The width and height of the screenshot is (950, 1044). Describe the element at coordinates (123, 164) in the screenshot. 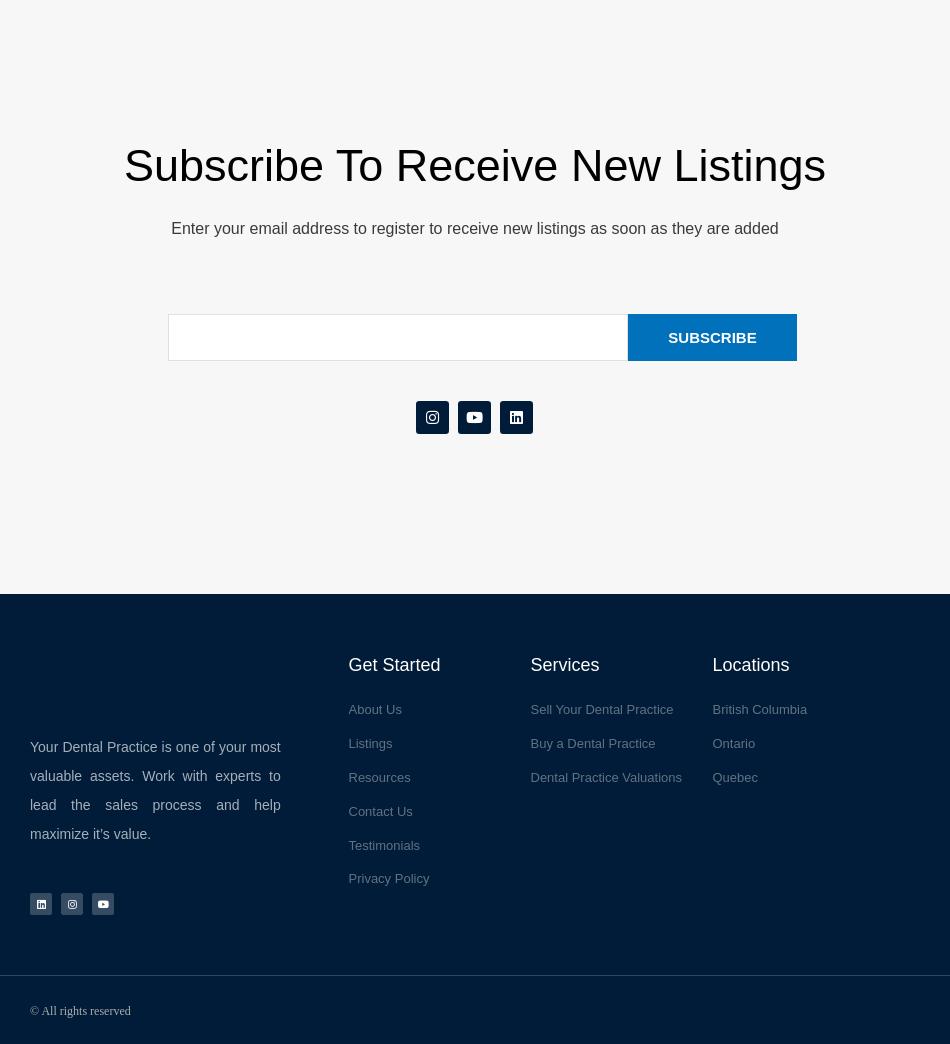

I see `'Subscribe to receive new listings'` at that location.